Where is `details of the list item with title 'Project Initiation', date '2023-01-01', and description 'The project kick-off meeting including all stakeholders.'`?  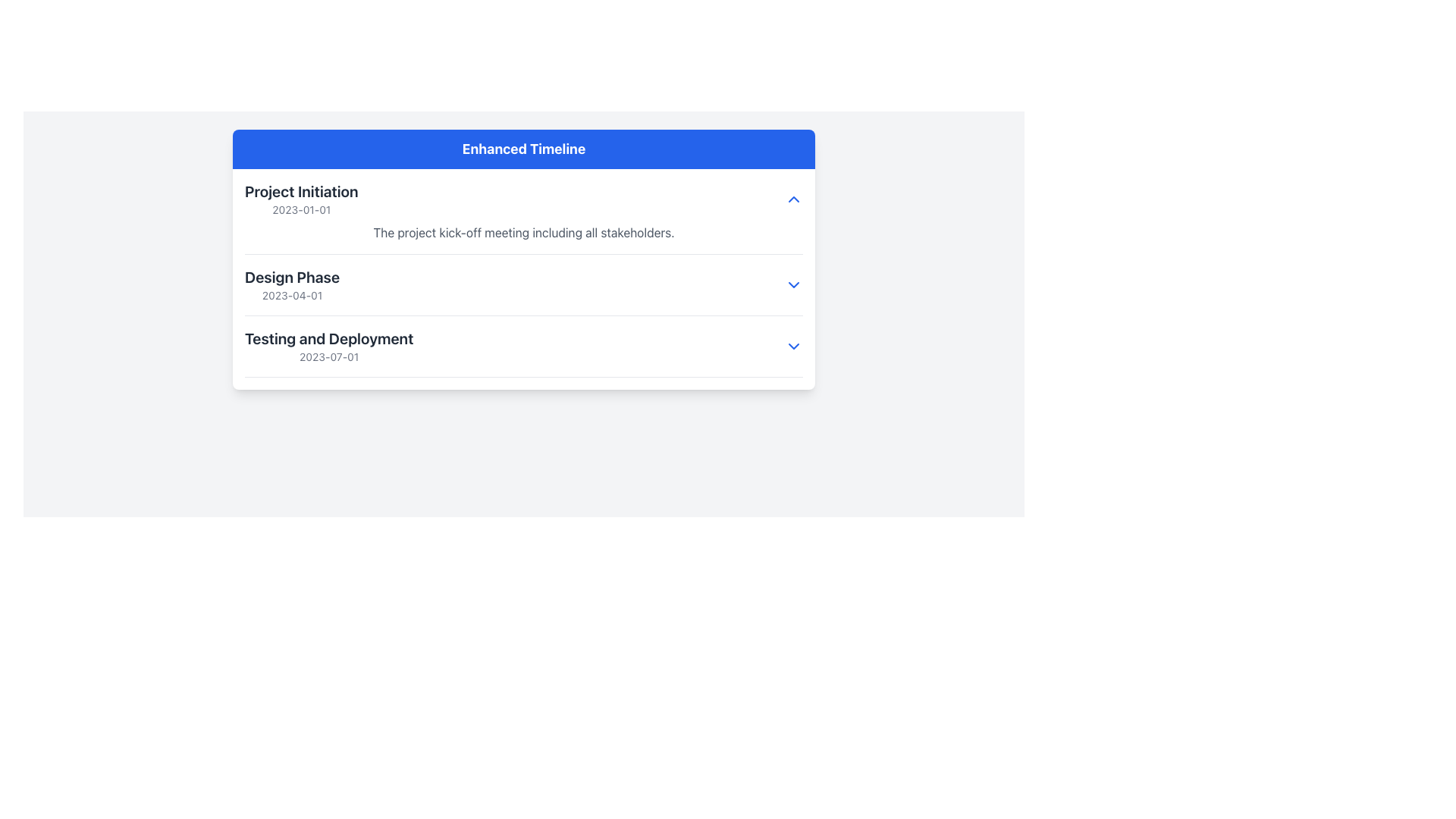
details of the list item with title 'Project Initiation', date '2023-01-01', and description 'The project kick-off meeting including all stakeholders.' is located at coordinates (524, 218).